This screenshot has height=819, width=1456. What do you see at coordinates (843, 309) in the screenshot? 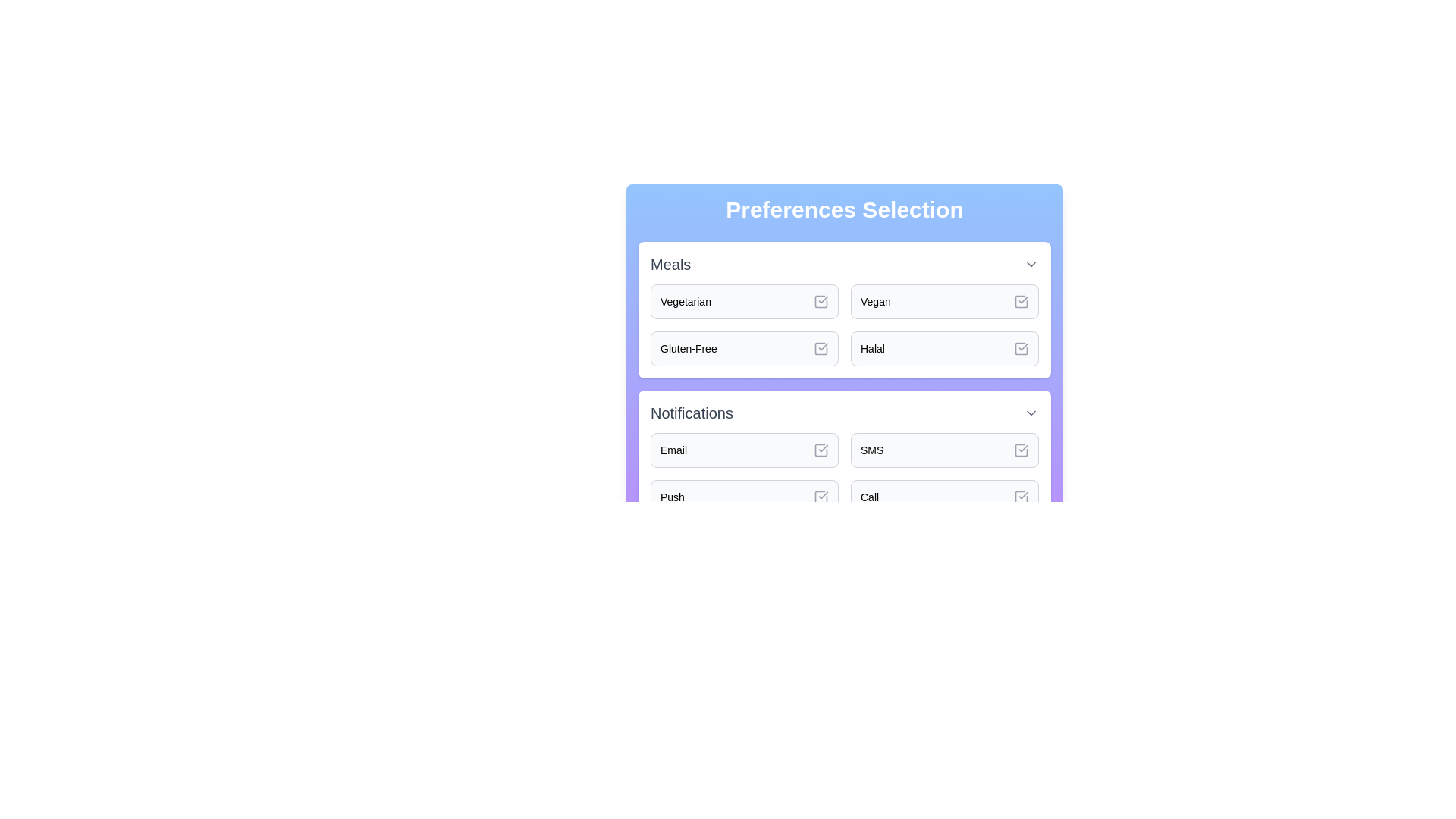
I see `an option from the meal preferences section located below the 'Preferences Selection' header` at bounding box center [843, 309].